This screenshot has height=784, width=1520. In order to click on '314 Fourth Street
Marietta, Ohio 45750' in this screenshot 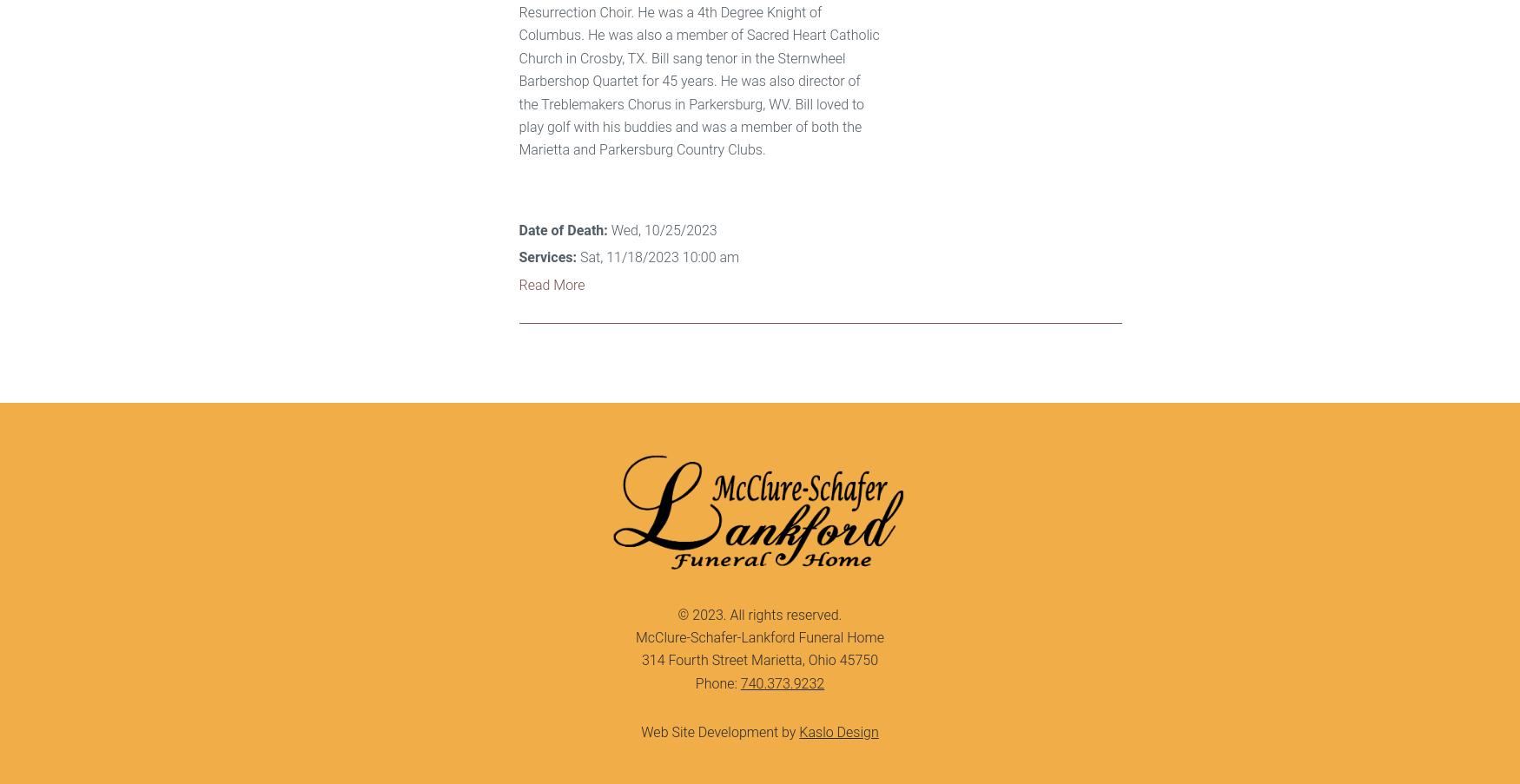, I will do `click(759, 660)`.